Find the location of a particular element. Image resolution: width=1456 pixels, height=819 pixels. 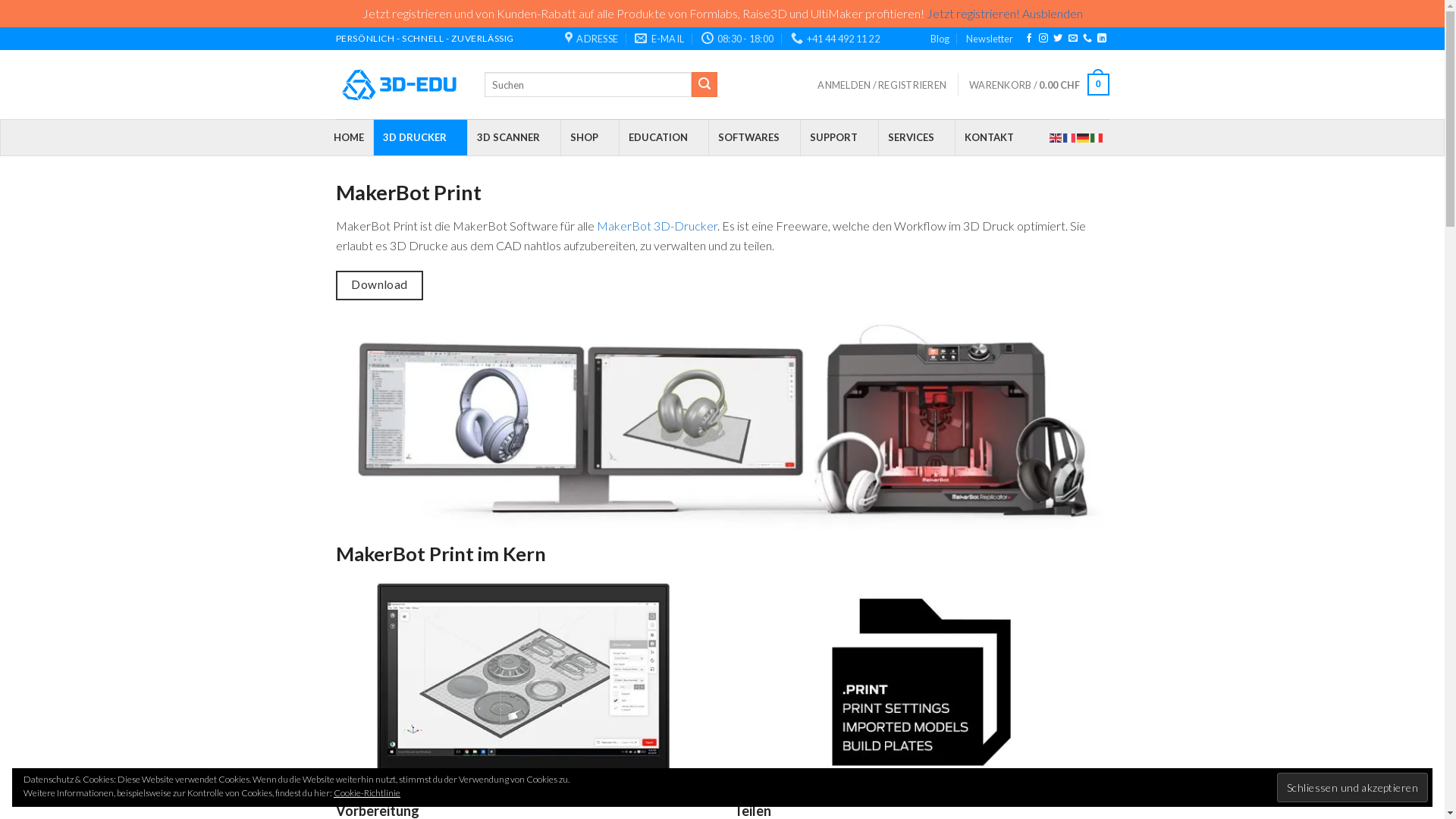

'SHOP' is located at coordinates (588, 137).